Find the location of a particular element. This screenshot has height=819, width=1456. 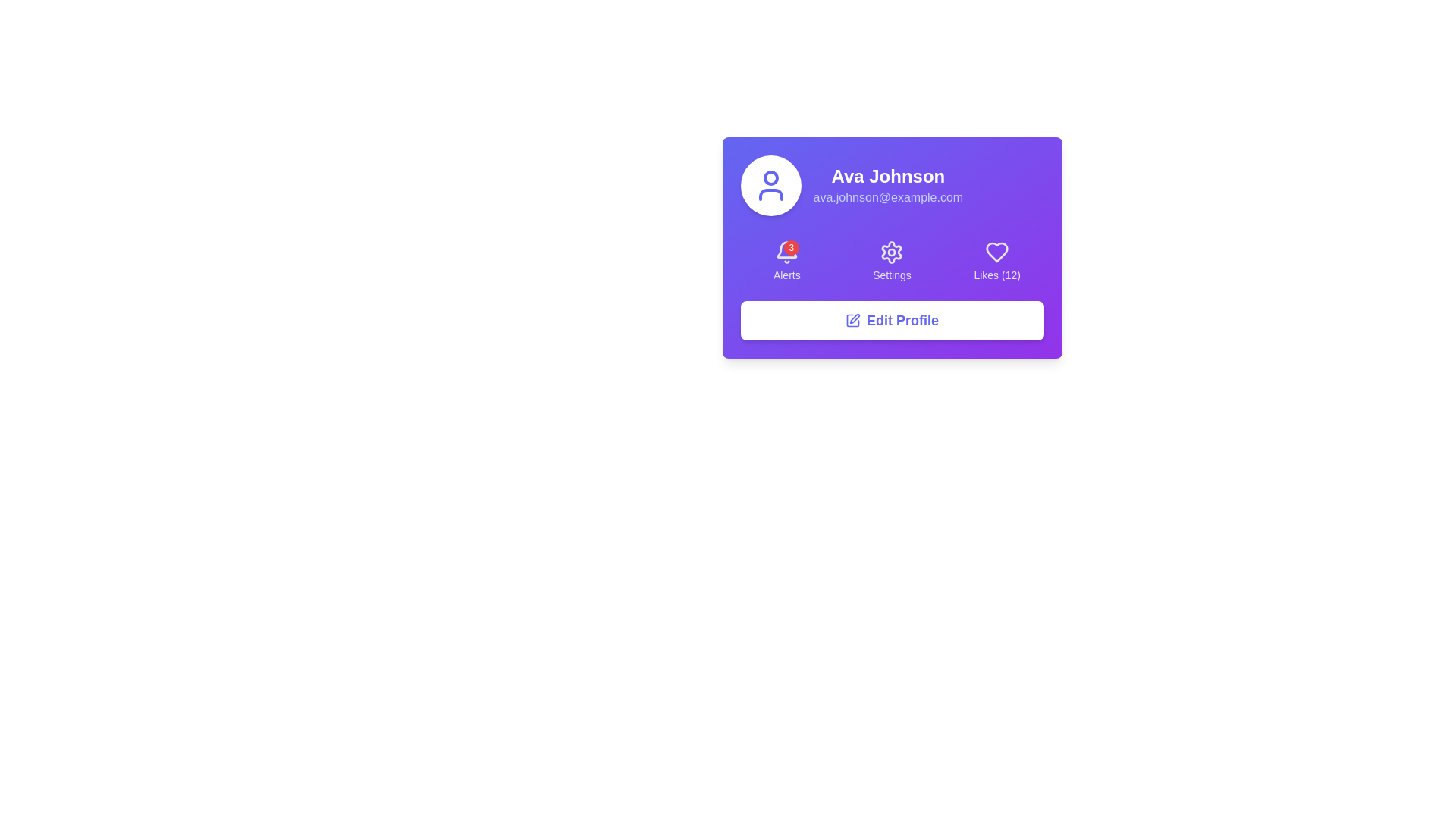

the static information display element, which is a white heart-shaped icon with the text 'Likes (12)' below it, located in a purple background card layout, positioned as the third element in a horizontally aligned grid is located at coordinates (997, 260).